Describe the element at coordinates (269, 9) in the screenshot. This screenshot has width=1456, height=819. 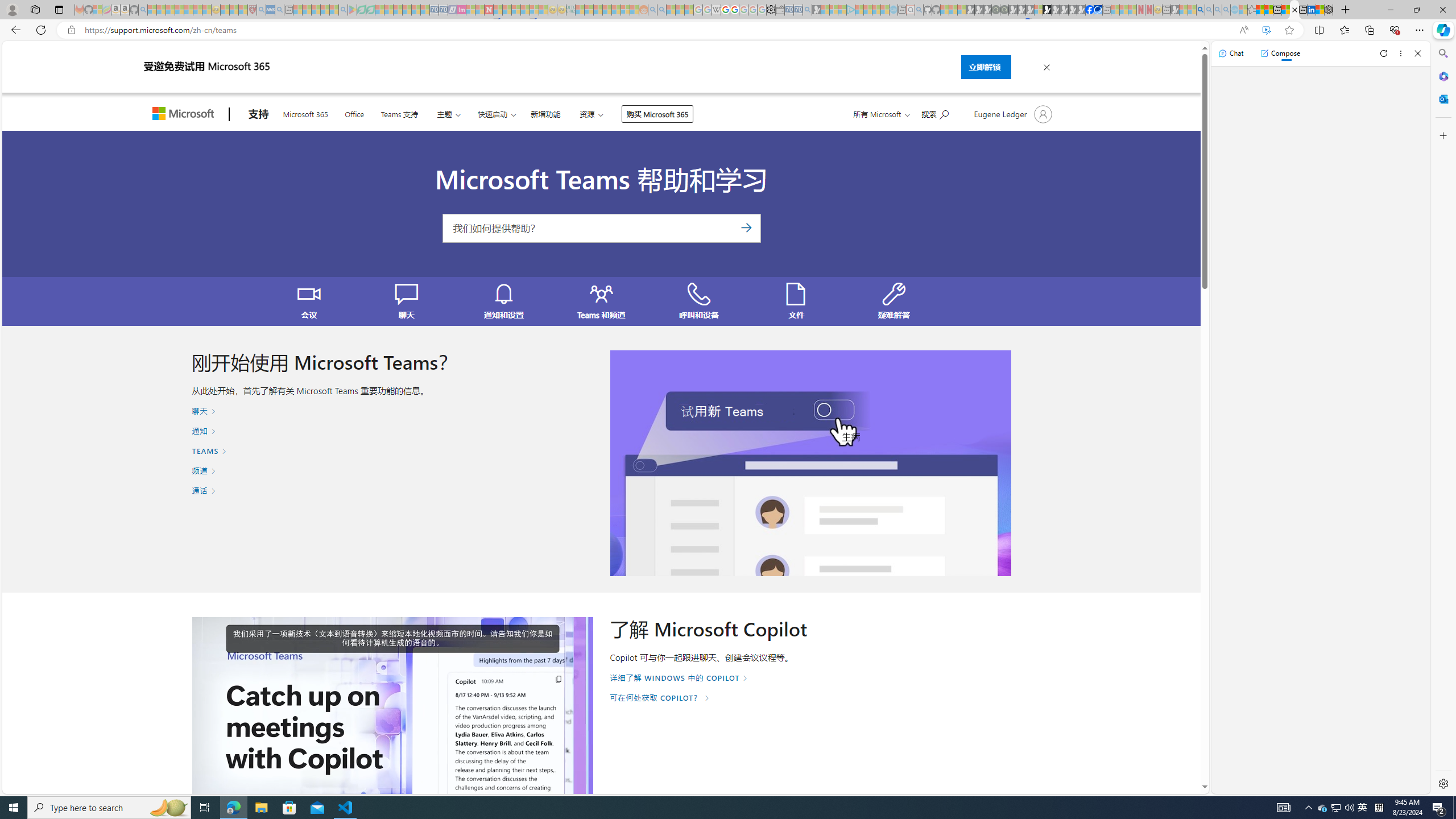
I see `'NCL Adult Asthma Inhaler Choice Guideline - Sleeping'` at that location.